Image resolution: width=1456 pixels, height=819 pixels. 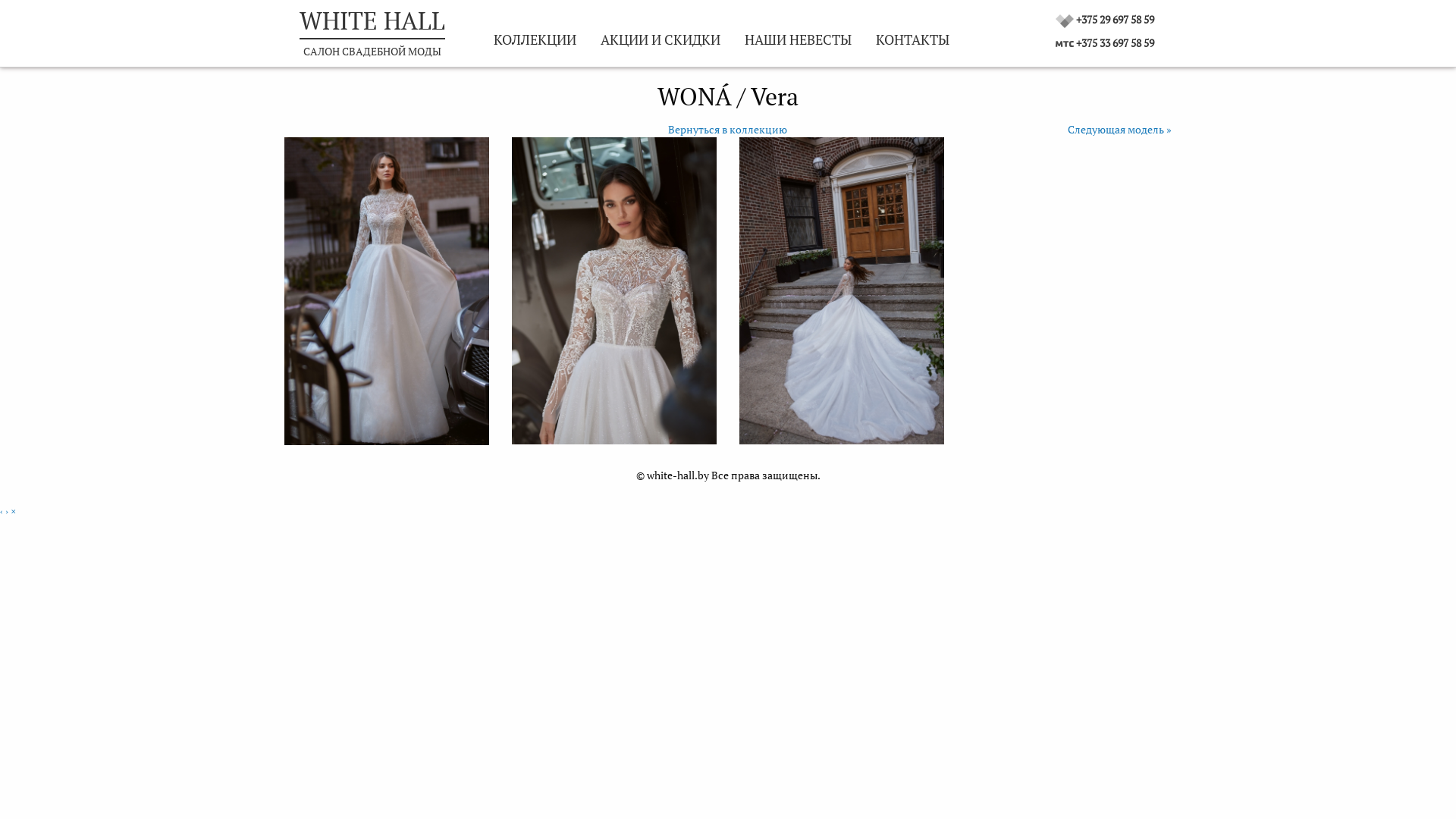 What do you see at coordinates (614, 290) in the screenshot?
I see `'Vera'` at bounding box center [614, 290].